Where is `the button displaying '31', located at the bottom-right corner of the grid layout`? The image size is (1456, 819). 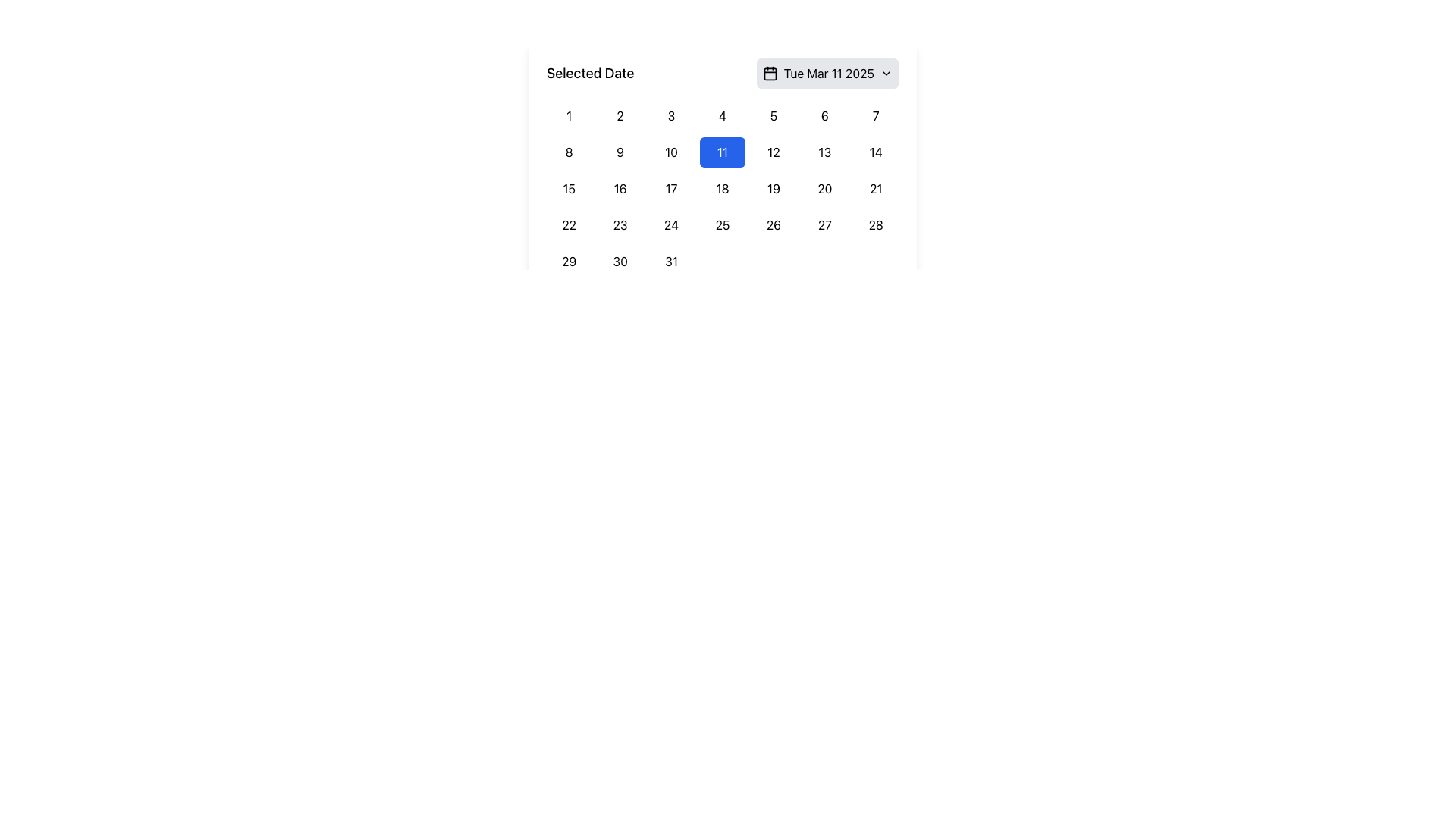
the button displaying '31', located at the bottom-right corner of the grid layout is located at coordinates (670, 260).